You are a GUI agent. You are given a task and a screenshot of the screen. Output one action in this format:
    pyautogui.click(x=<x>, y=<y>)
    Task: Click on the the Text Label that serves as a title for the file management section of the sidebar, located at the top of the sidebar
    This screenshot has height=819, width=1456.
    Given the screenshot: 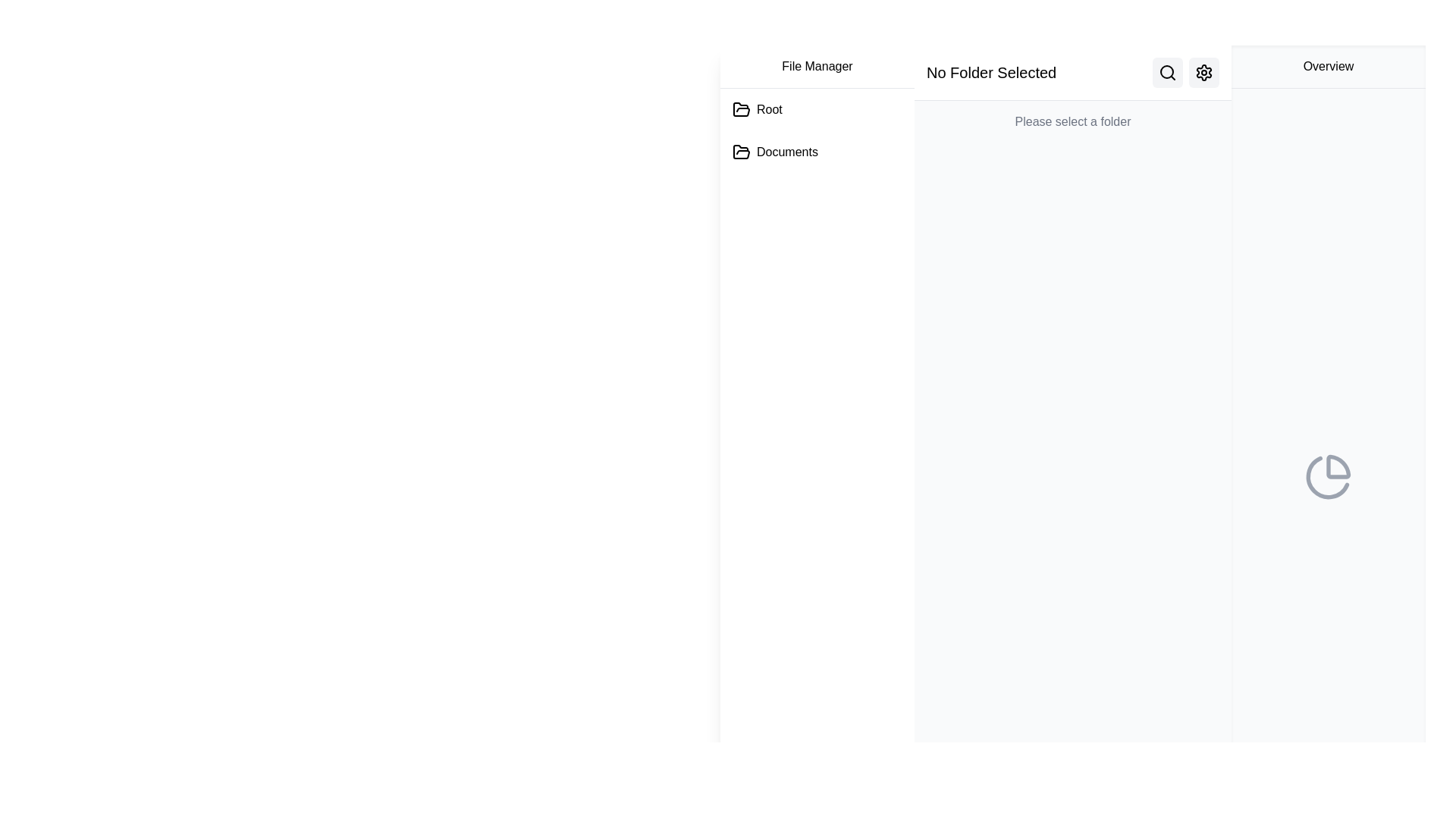 What is the action you would take?
    pyautogui.click(x=817, y=66)
    